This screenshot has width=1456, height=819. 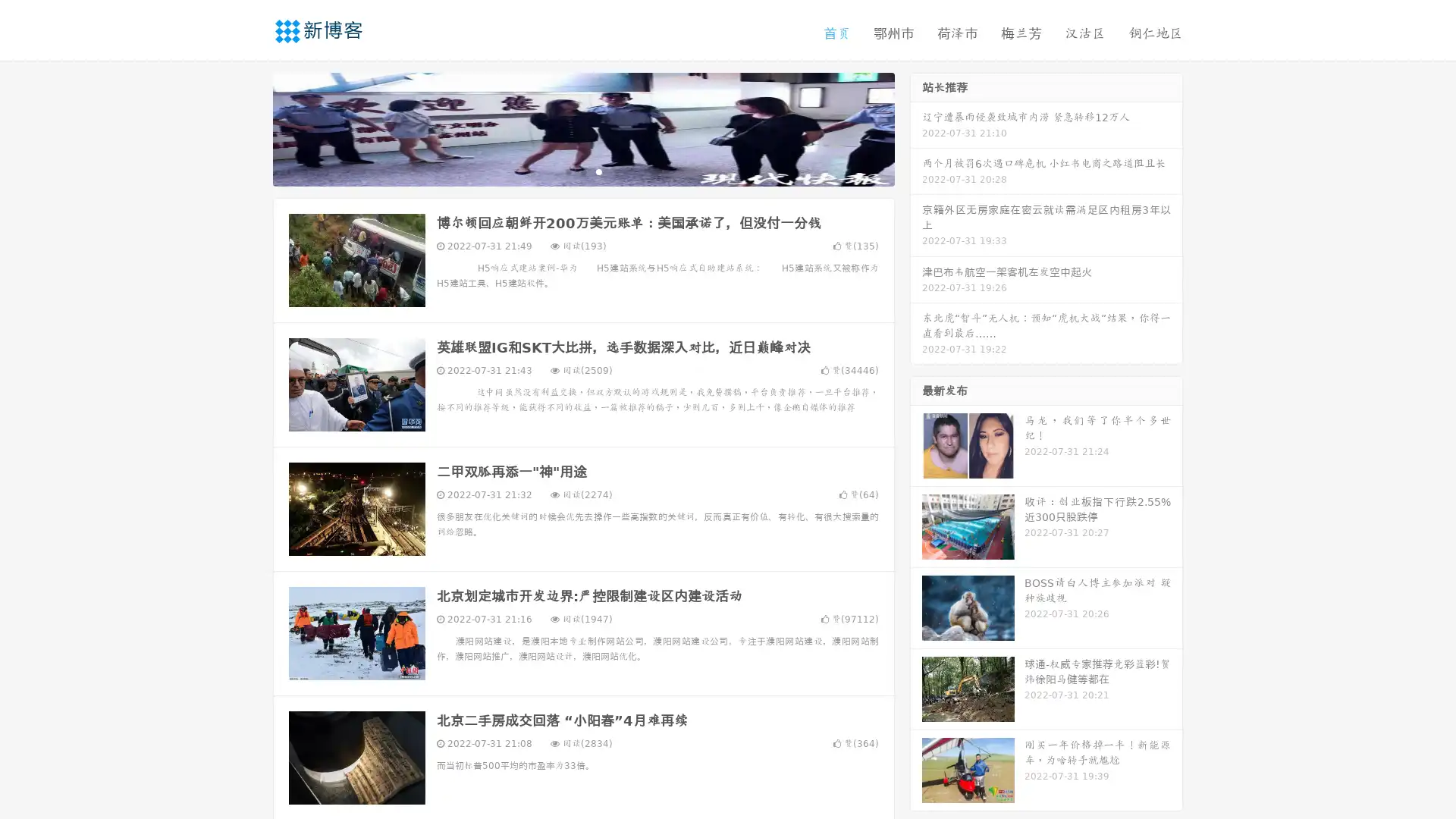 What do you see at coordinates (567, 171) in the screenshot?
I see `Go to slide 1` at bounding box center [567, 171].